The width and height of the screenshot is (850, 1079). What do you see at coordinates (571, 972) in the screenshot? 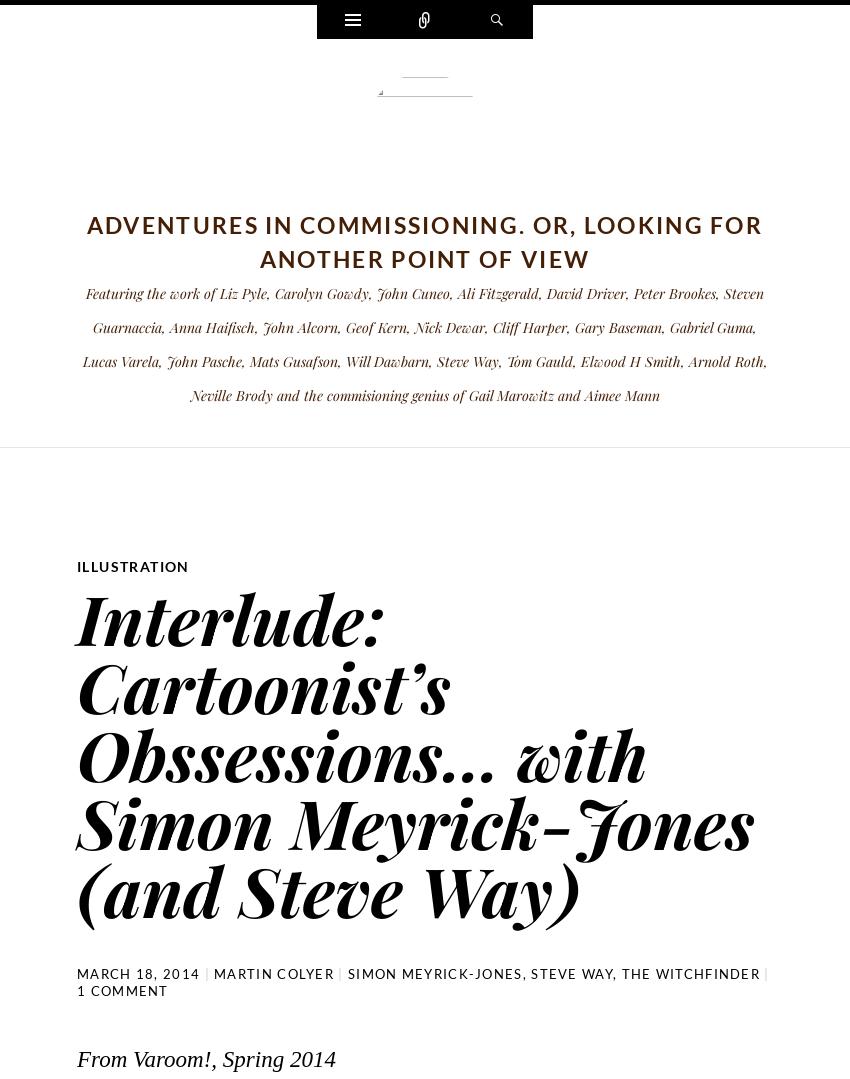
I see `'Steve Way'` at bounding box center [571, 972].